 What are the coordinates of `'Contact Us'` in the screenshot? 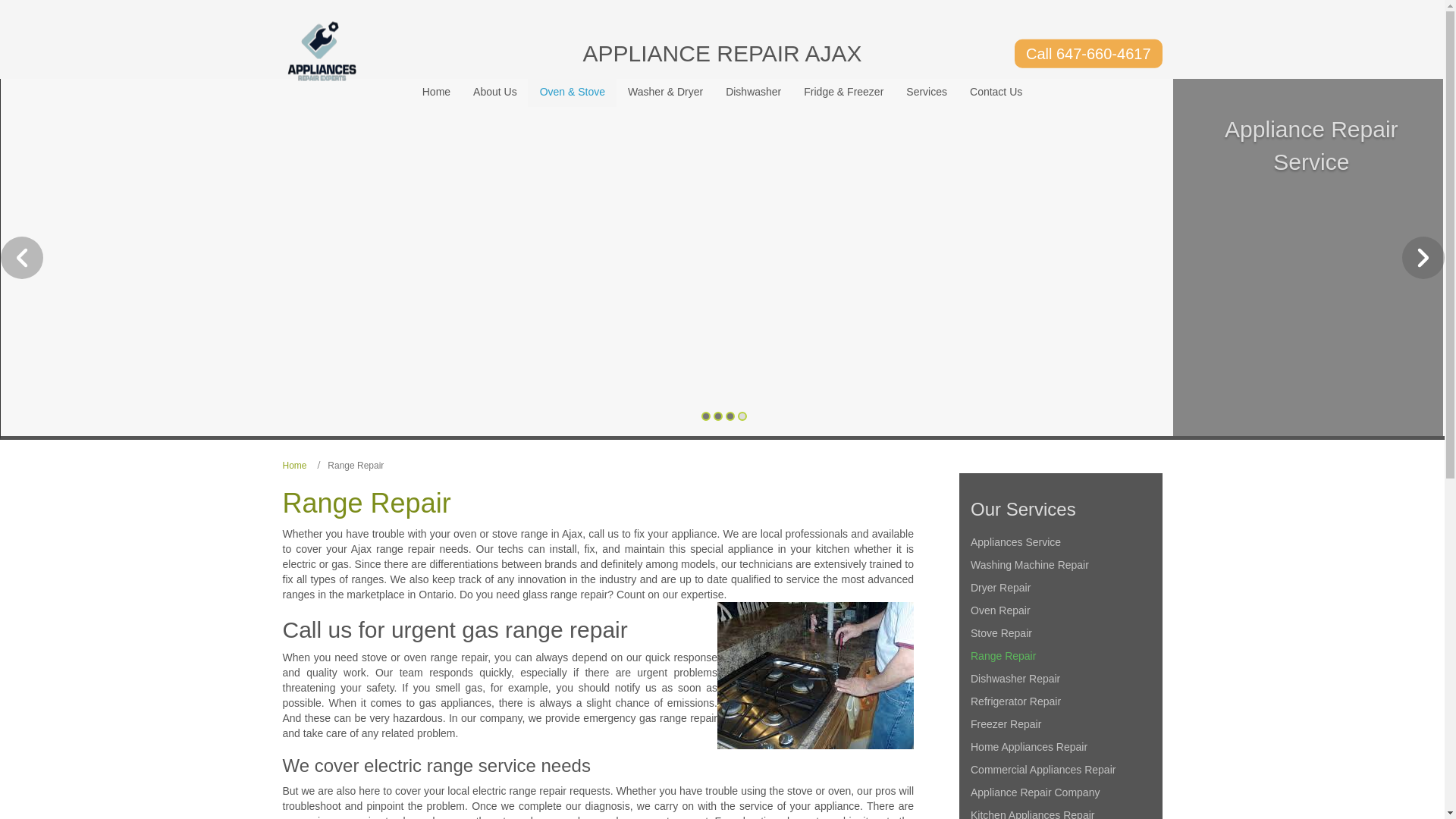 It's located at (996, 91).